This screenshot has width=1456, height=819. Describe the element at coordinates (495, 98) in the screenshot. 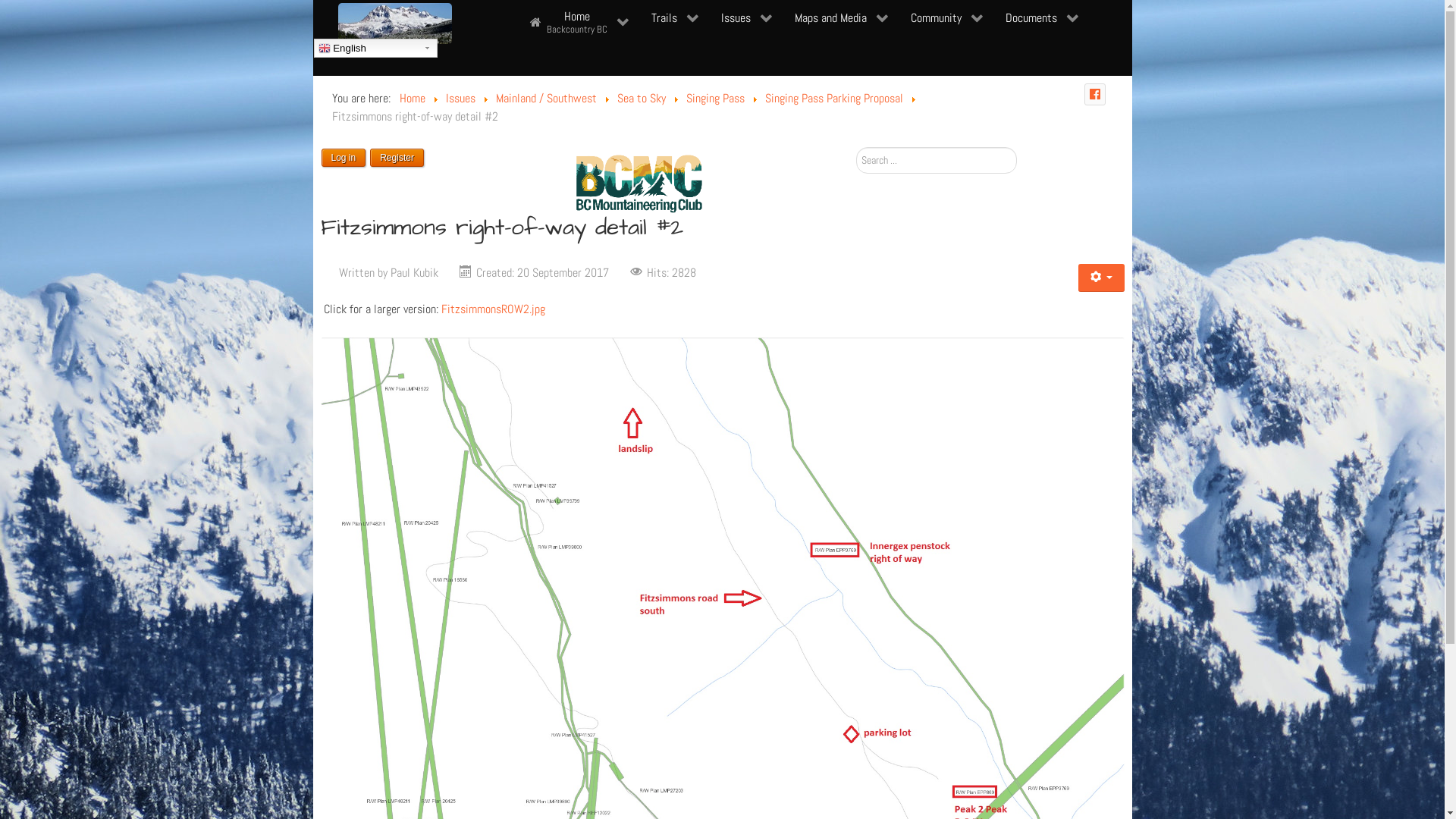

I see `'Mainland / Southwest'` at that location.